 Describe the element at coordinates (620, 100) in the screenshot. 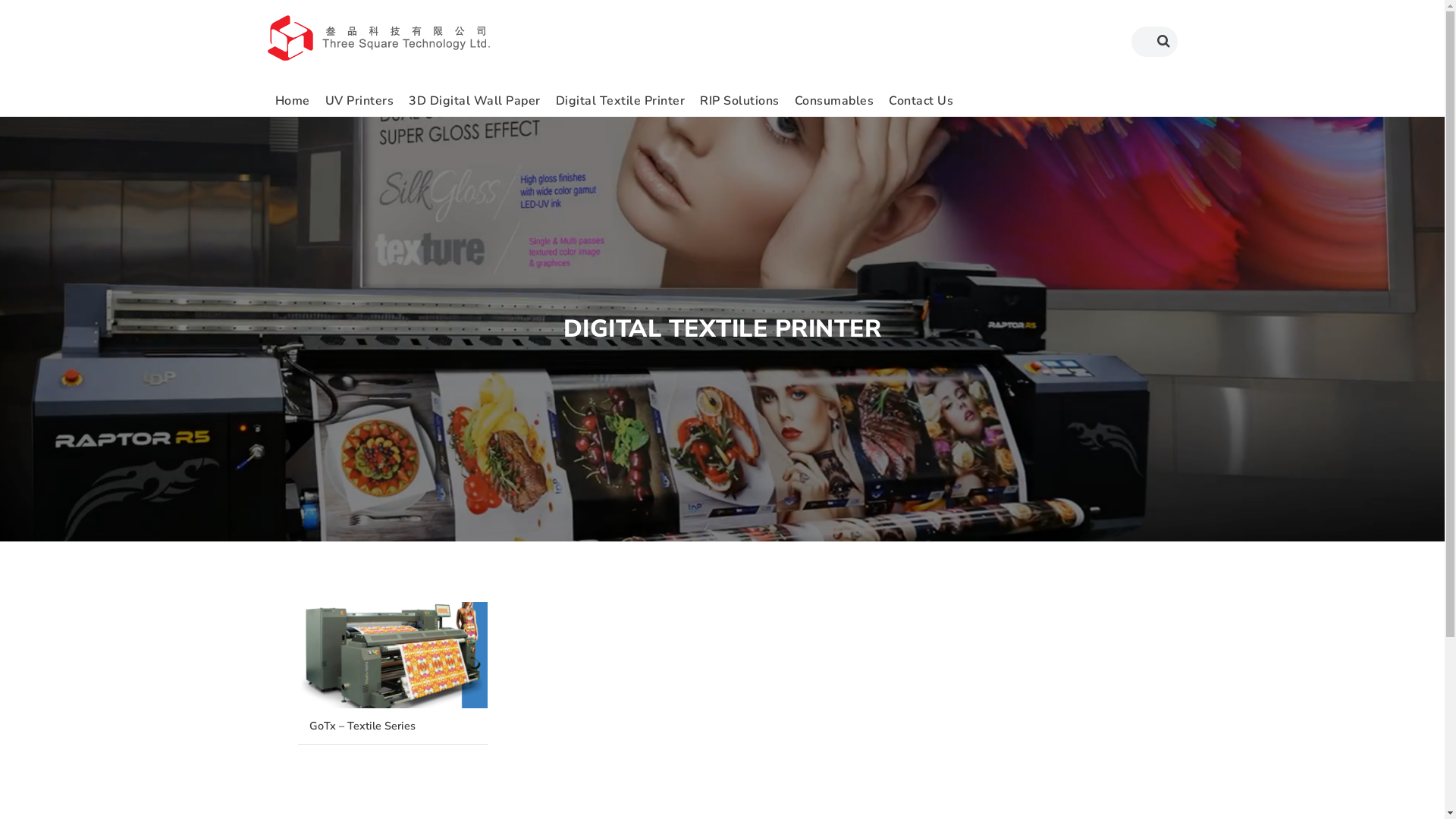

I see `'Digital Textile Printer'` at that location.